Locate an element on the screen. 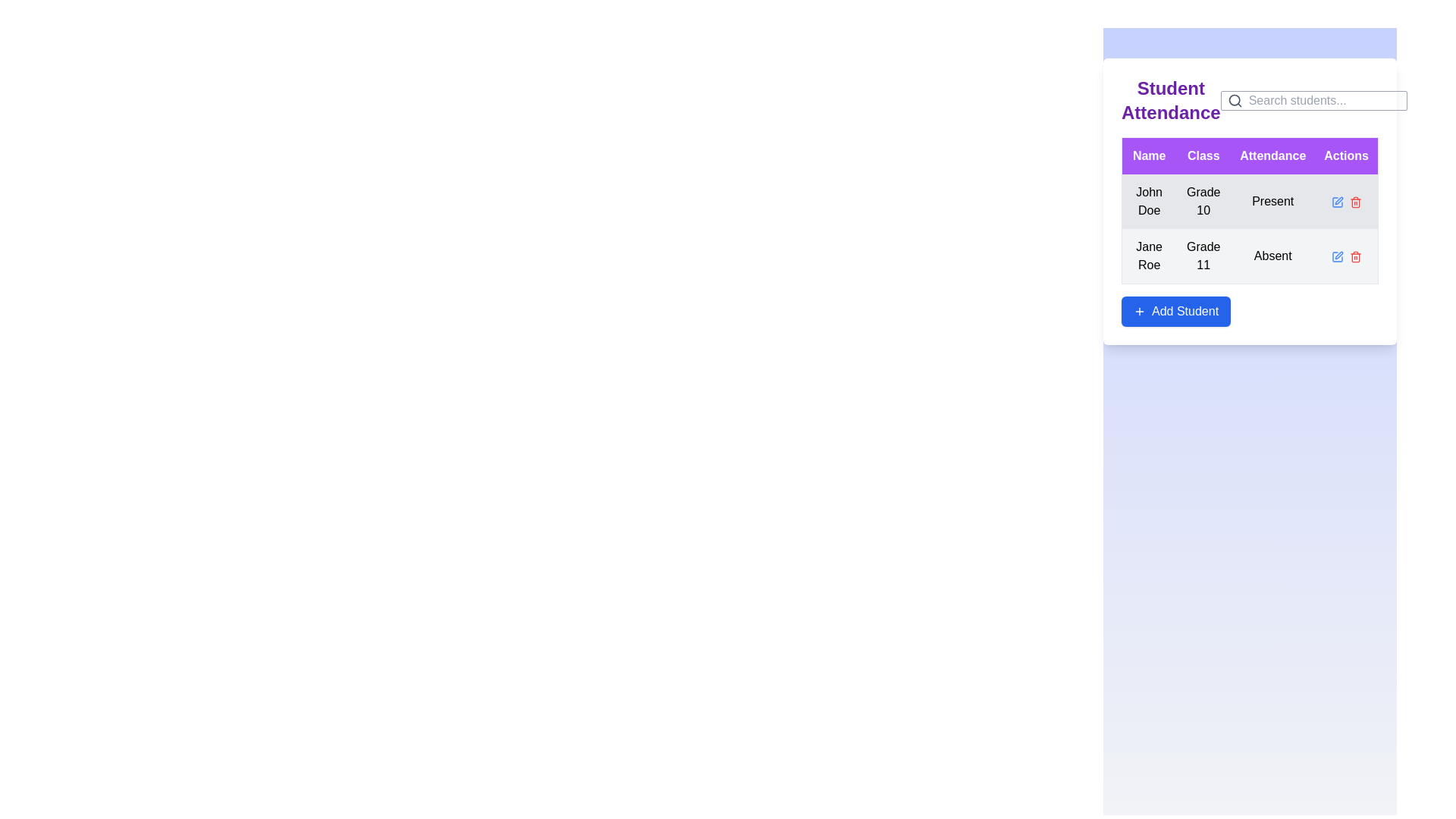  the first graphical icon element in the 'Actions' column of the student table for 'Jane Roe' is located at coordinates (1337, 256).